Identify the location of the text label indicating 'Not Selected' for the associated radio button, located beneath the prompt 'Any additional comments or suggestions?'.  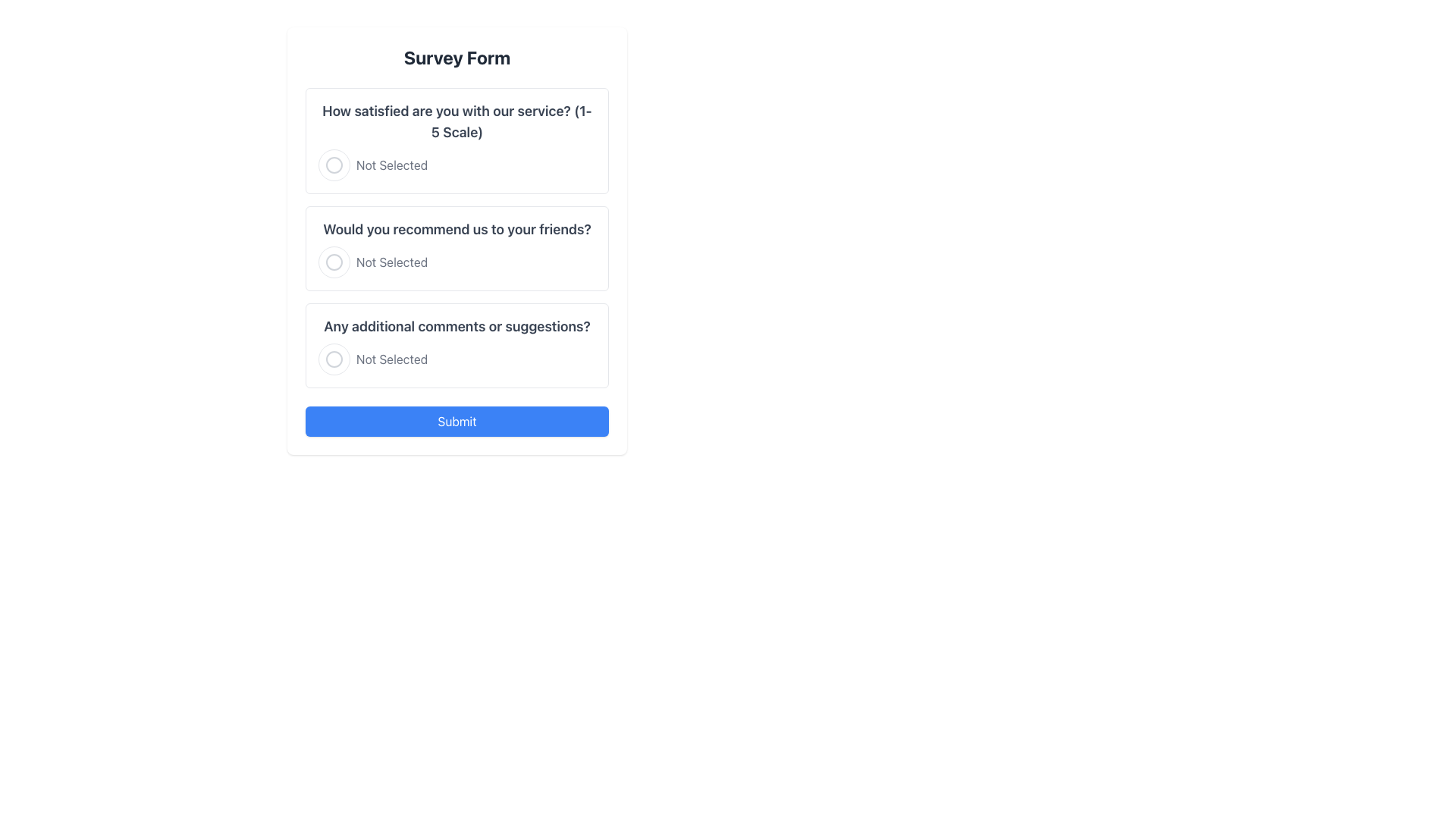
(392, 359).